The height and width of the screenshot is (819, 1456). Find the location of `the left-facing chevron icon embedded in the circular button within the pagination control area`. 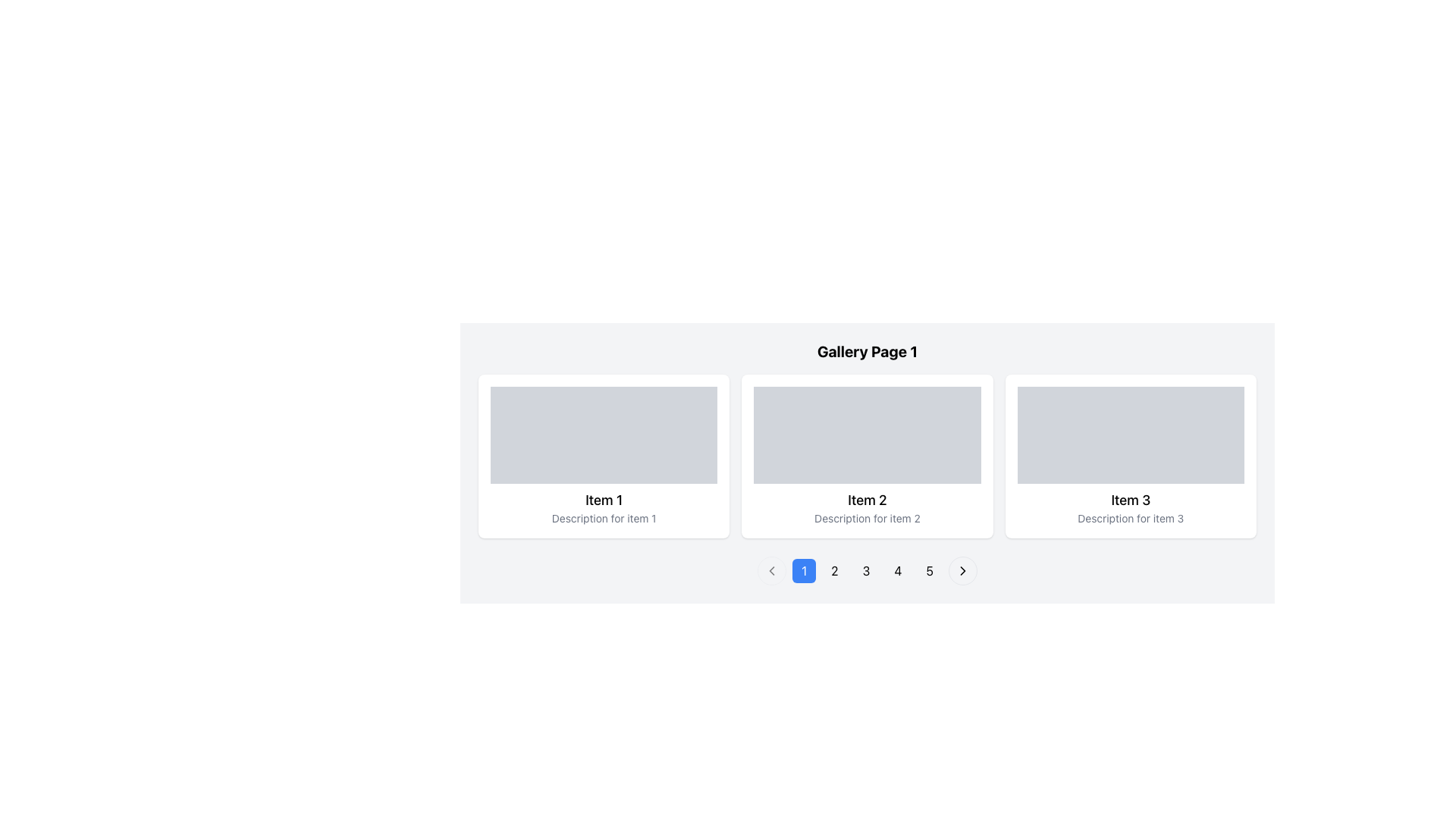

the left-facing chevron icon embedded in the circular button within the pagination control area is located at coordinates (772, 570).